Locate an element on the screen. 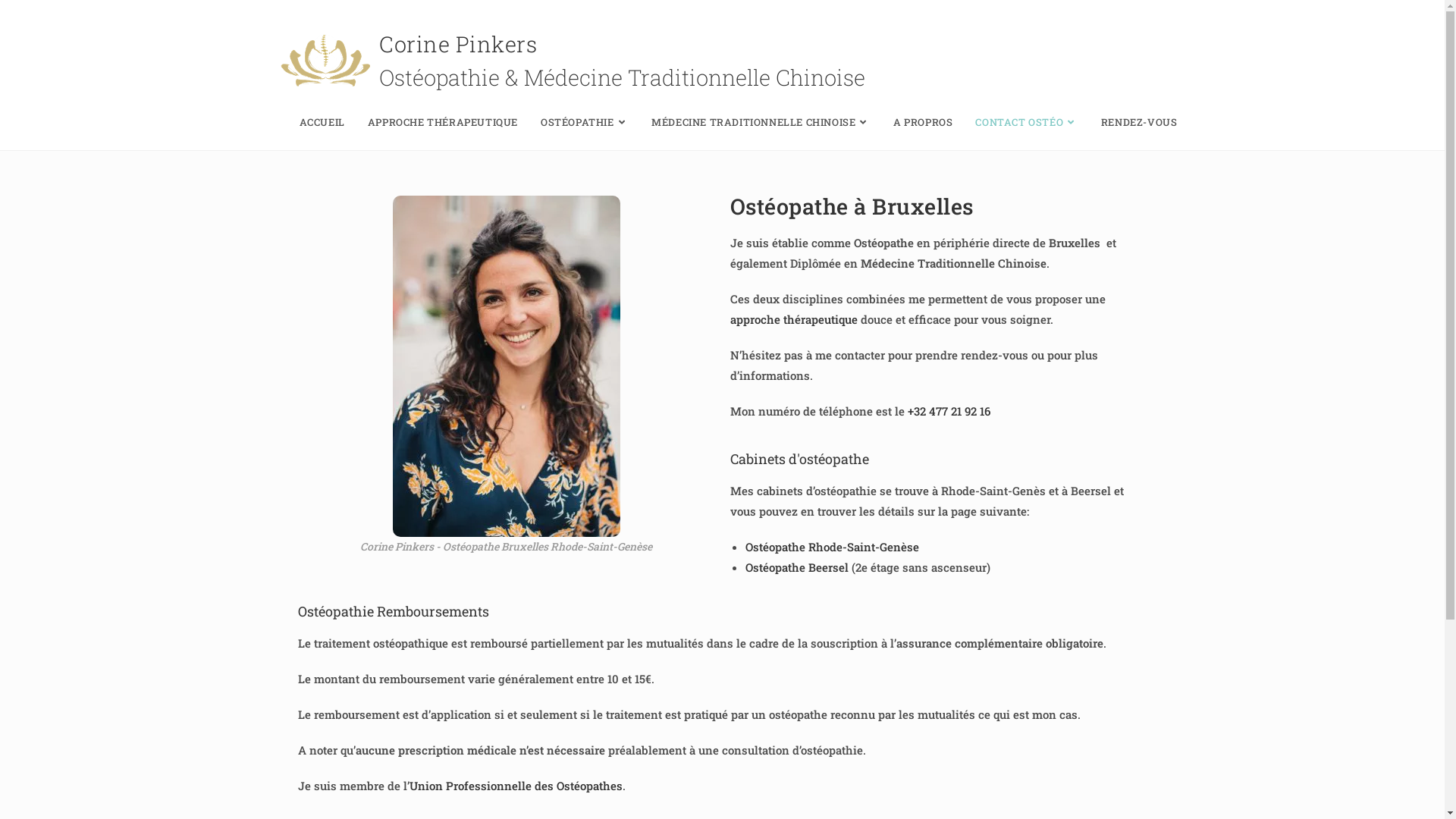 This screenshot has width=1456, height=819. '+32 477 21 92 16' is located at coordinates (947, 411).